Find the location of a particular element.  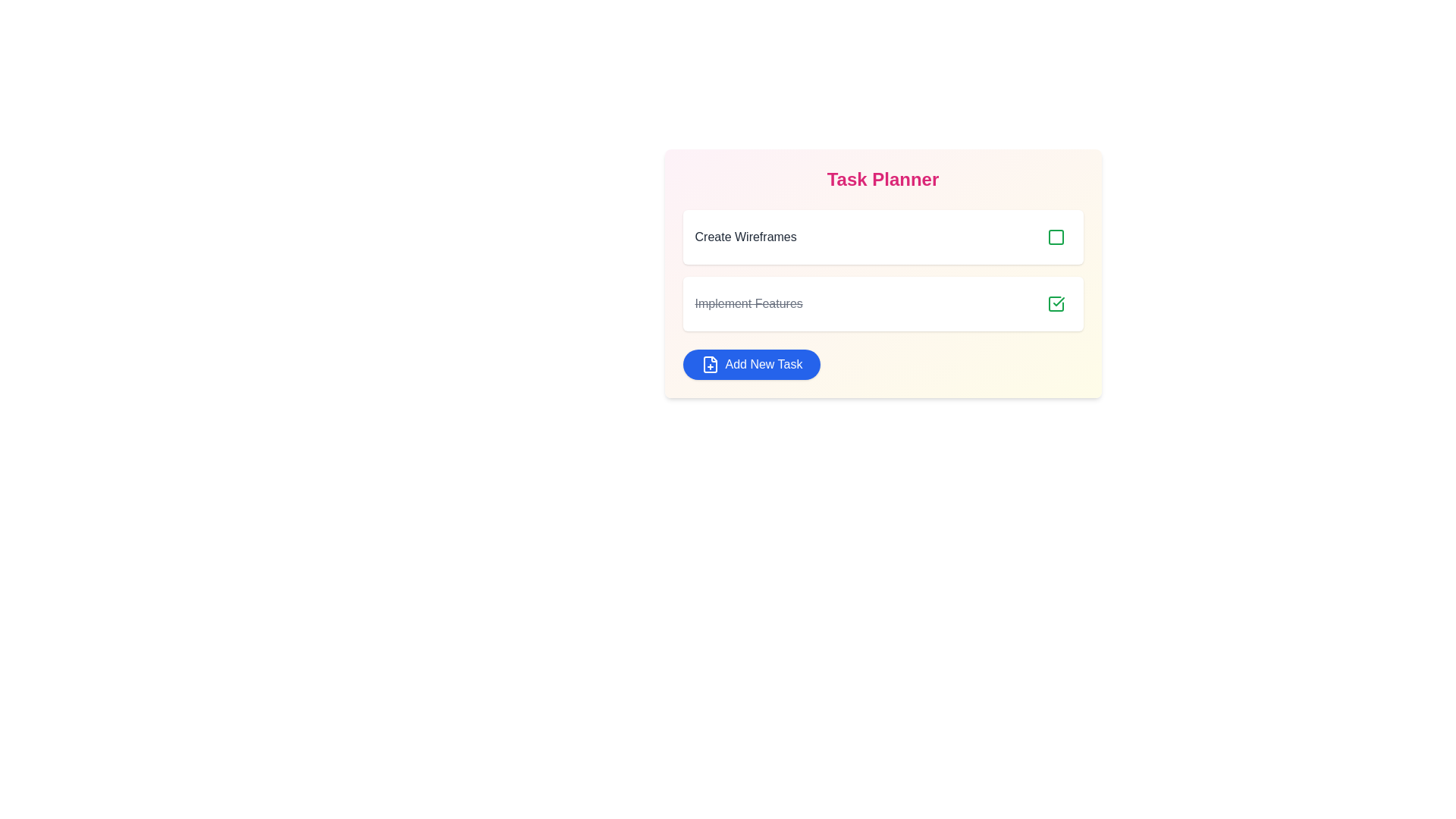

the list items in the 'Task Planner' card is located at coordinates (883, 274).